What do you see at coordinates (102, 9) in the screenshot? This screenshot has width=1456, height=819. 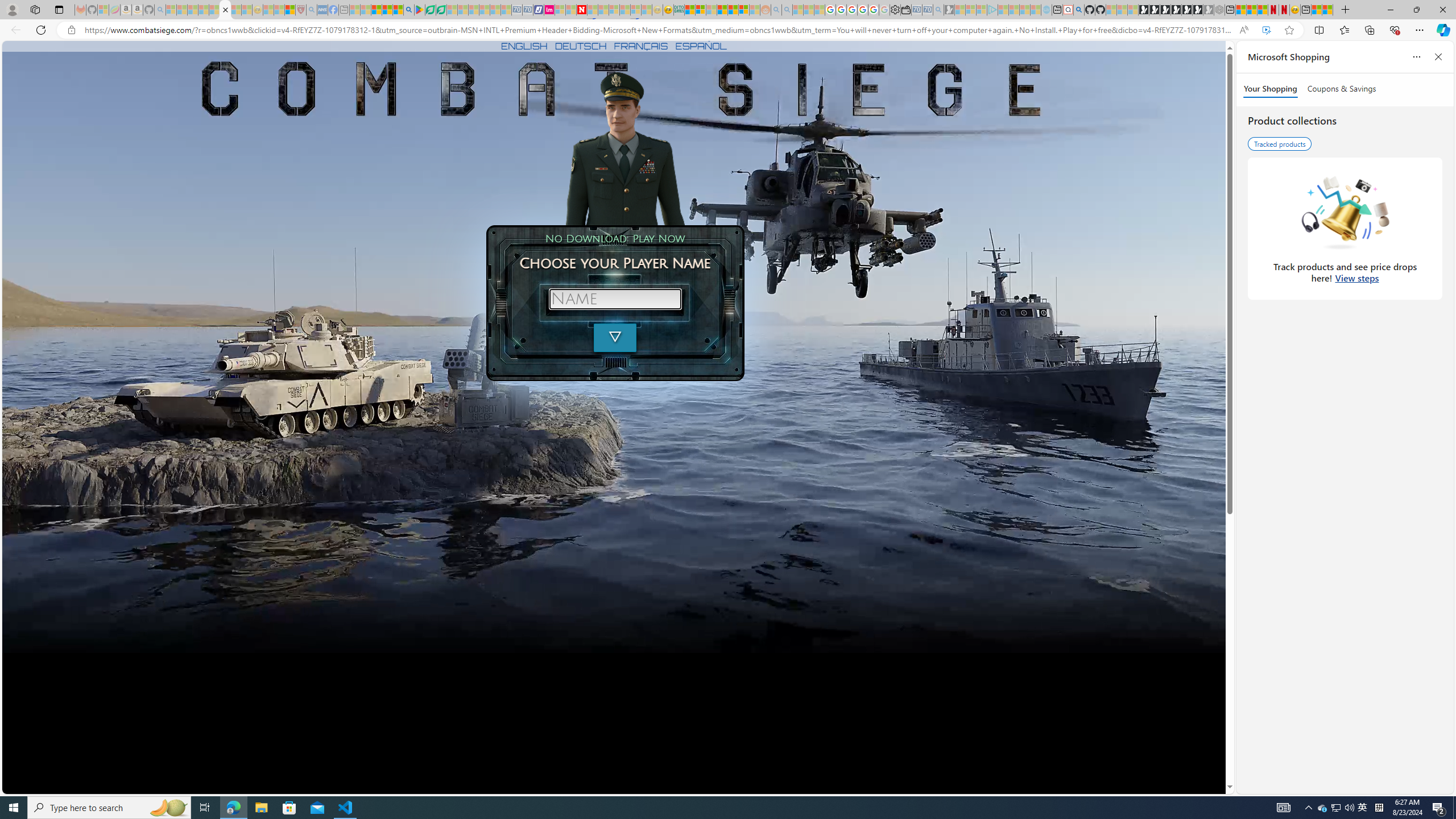 I see `'Microsoft-Report a Concern to Bing - Sleeping'` at bounding box center [102, 9].